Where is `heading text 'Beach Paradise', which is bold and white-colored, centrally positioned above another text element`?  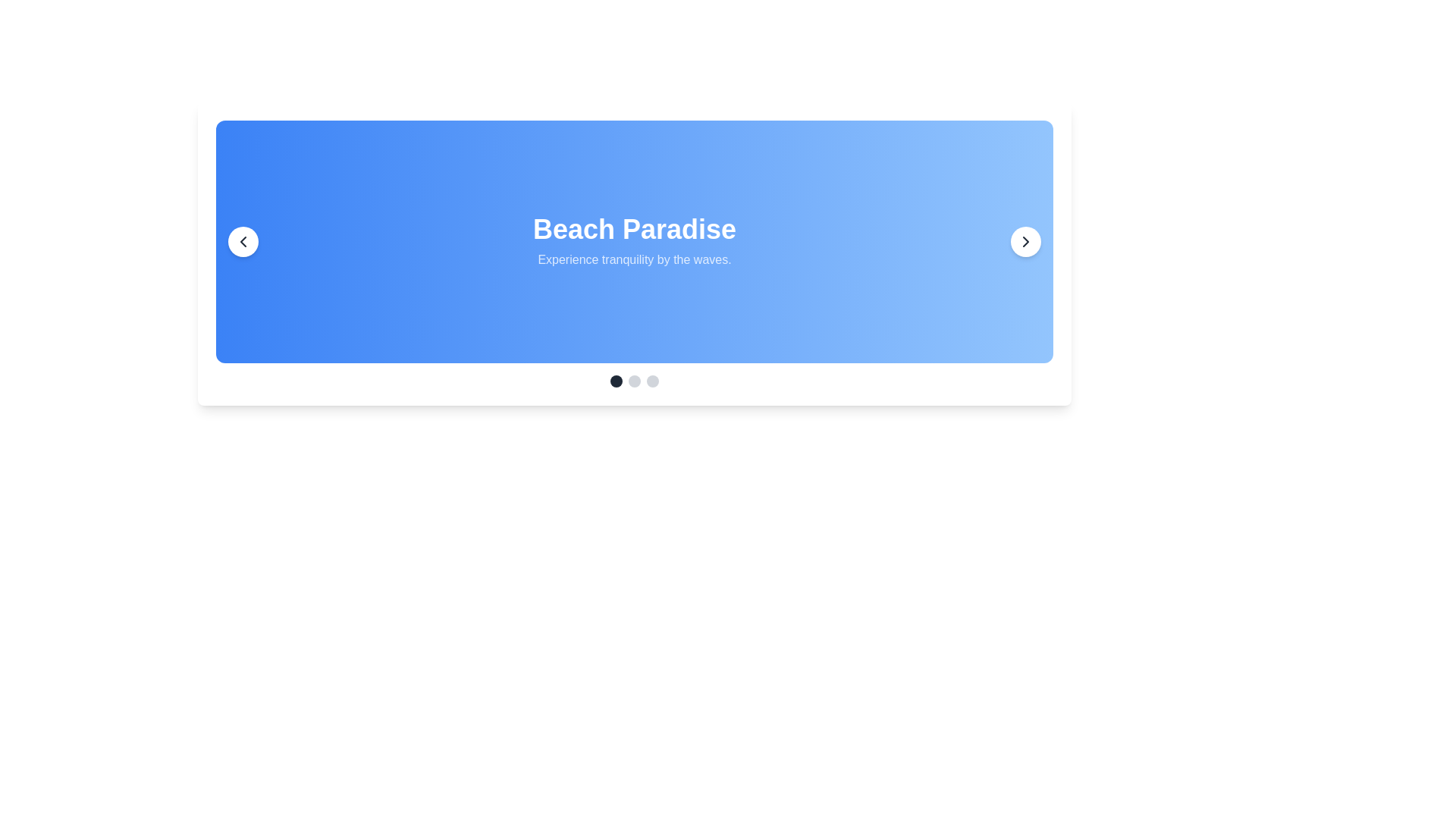
heading text 'Beach Paradise', which is bold and white-colored, centrally positioned above another text element is located at coordinates (634, 230).